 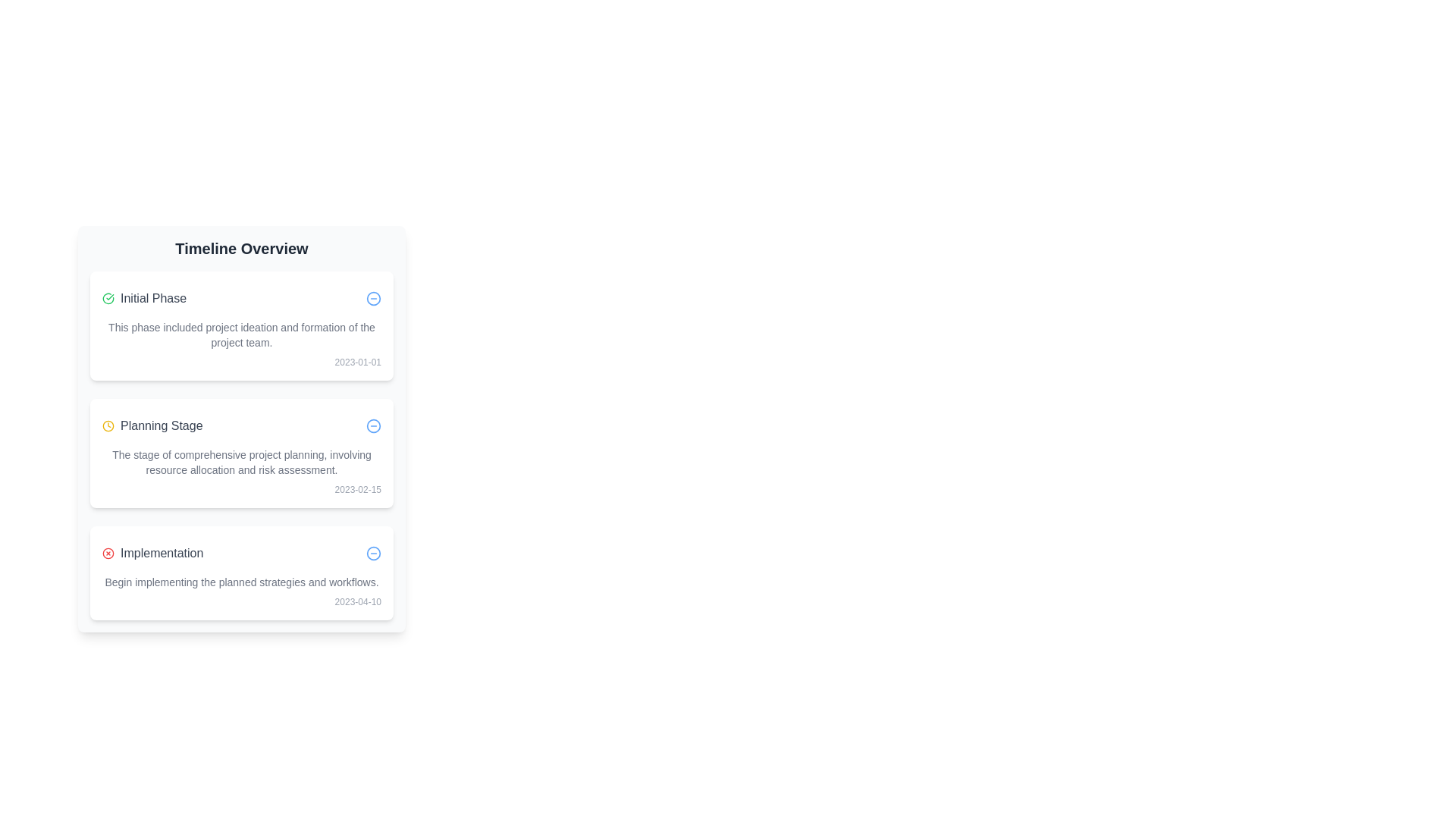 What do you see at coordinates (240, 334) in the screenshot?
I see `the text element that provides an overview of the activities or objectives involved in the initial phase of the project, located below the heading 'Initial Phase.'` at bounding box center [240, 334].